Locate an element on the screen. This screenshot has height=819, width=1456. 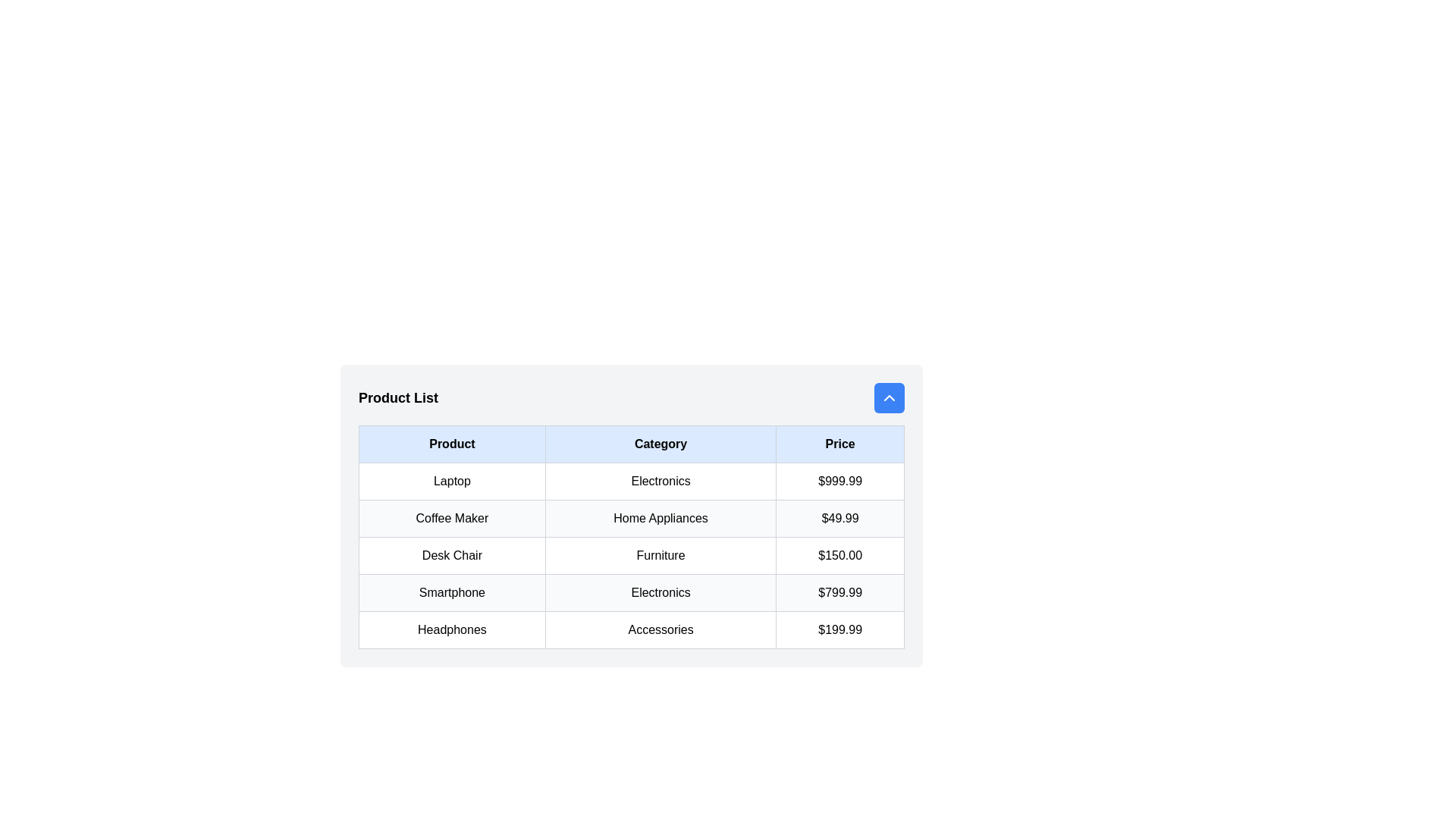
the 'Coffee Maker' text label in the product listing table, which is located in the second row under the 'Product' column is located at coordinates (451, 517).